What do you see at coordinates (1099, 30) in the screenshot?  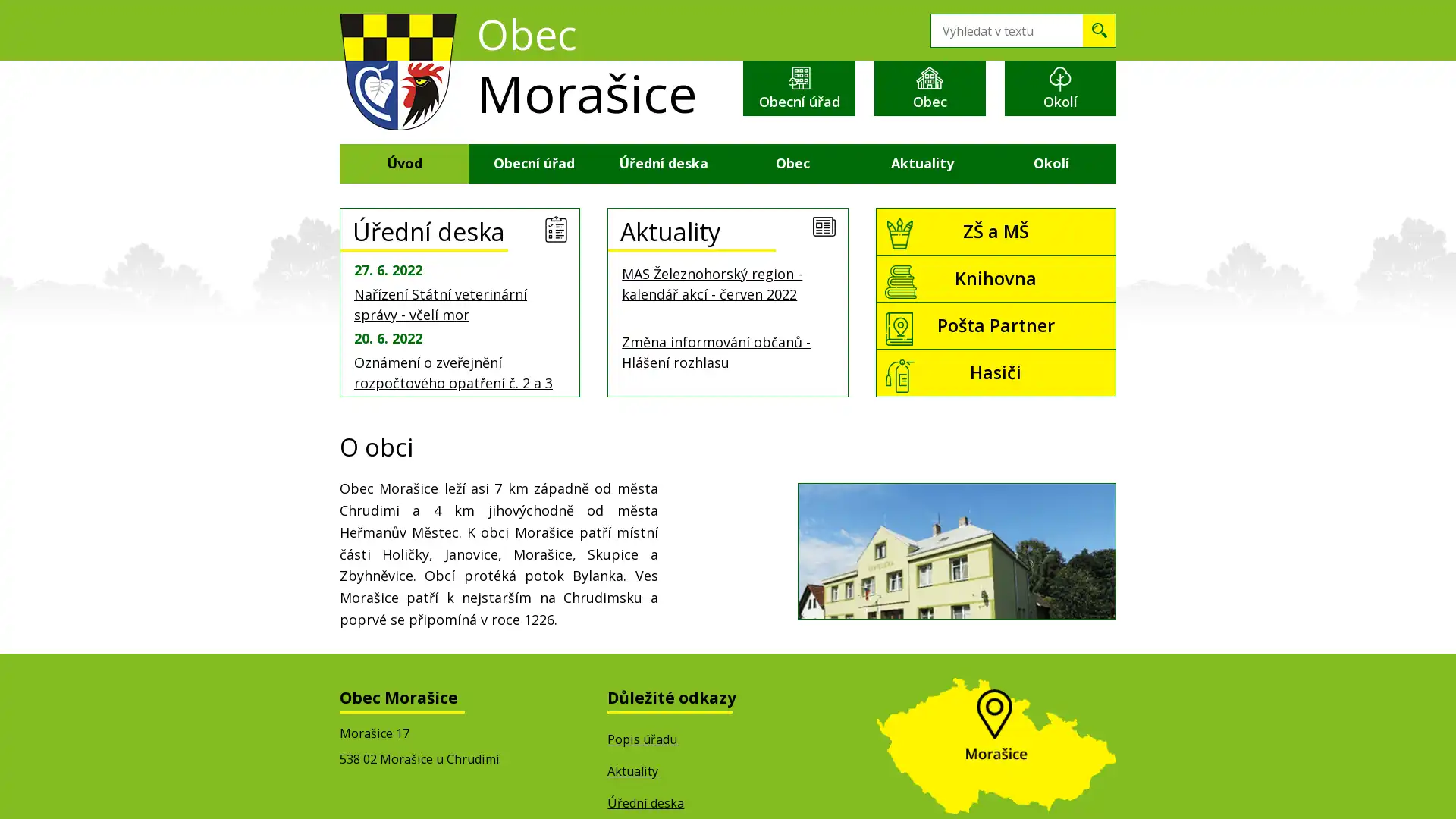 I see `Hledat` at bounding box center [1099, 30].